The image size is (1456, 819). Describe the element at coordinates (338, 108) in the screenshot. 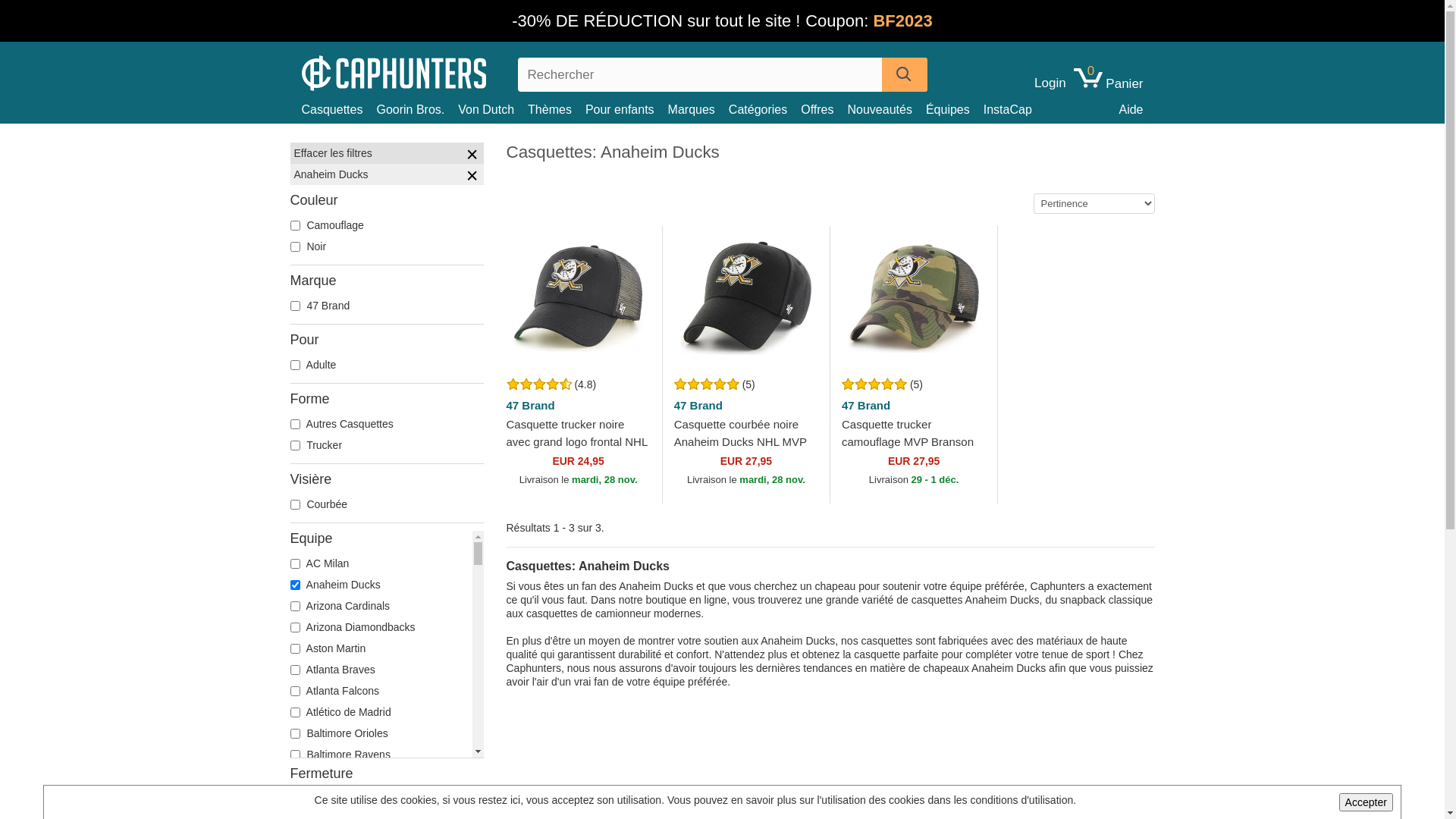

I see `'Casquettes'` at that location.